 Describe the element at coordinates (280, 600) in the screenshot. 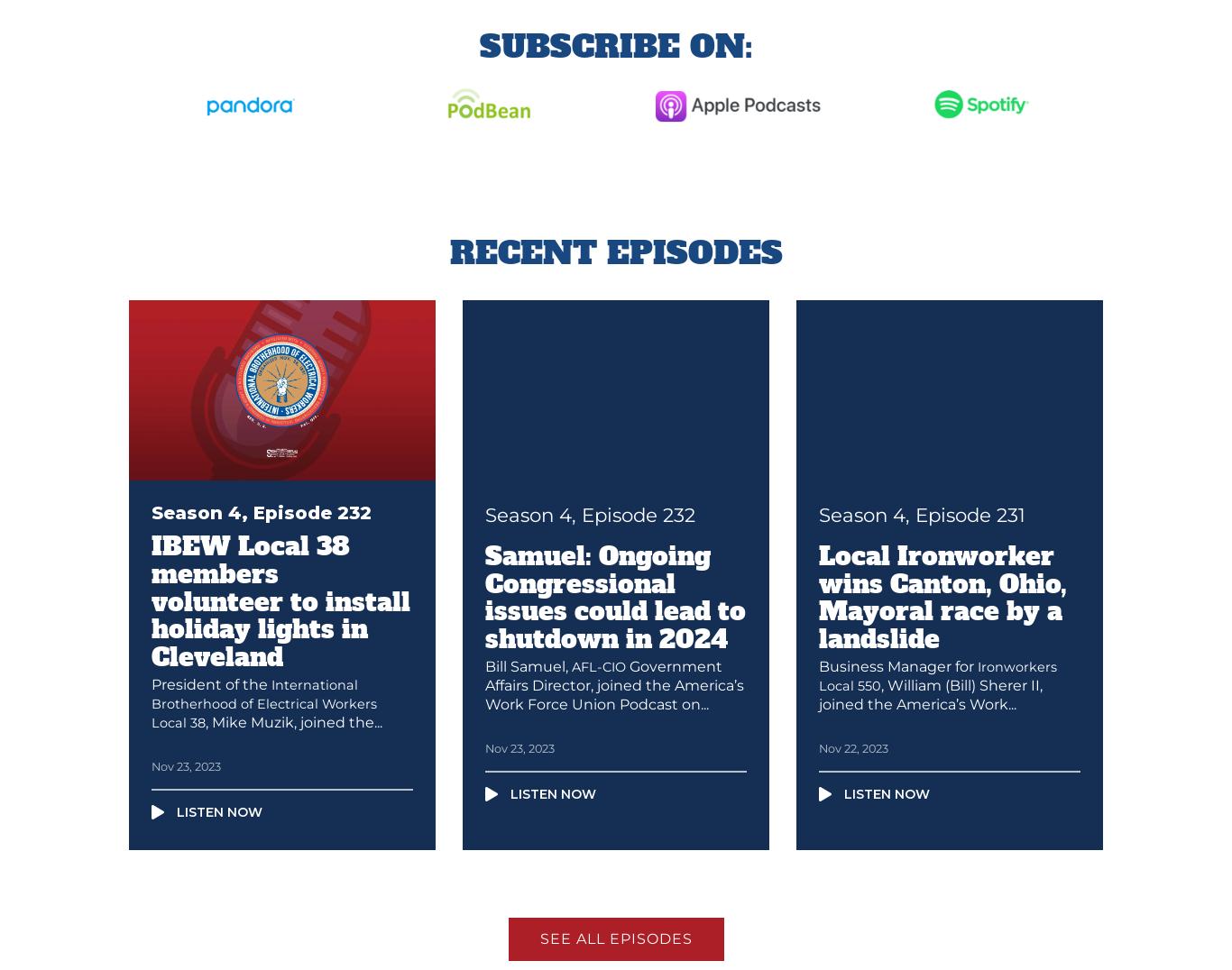

I see `'IBEW Local 38 members volunteer to install holiday lights in Cleveland'` at that location.